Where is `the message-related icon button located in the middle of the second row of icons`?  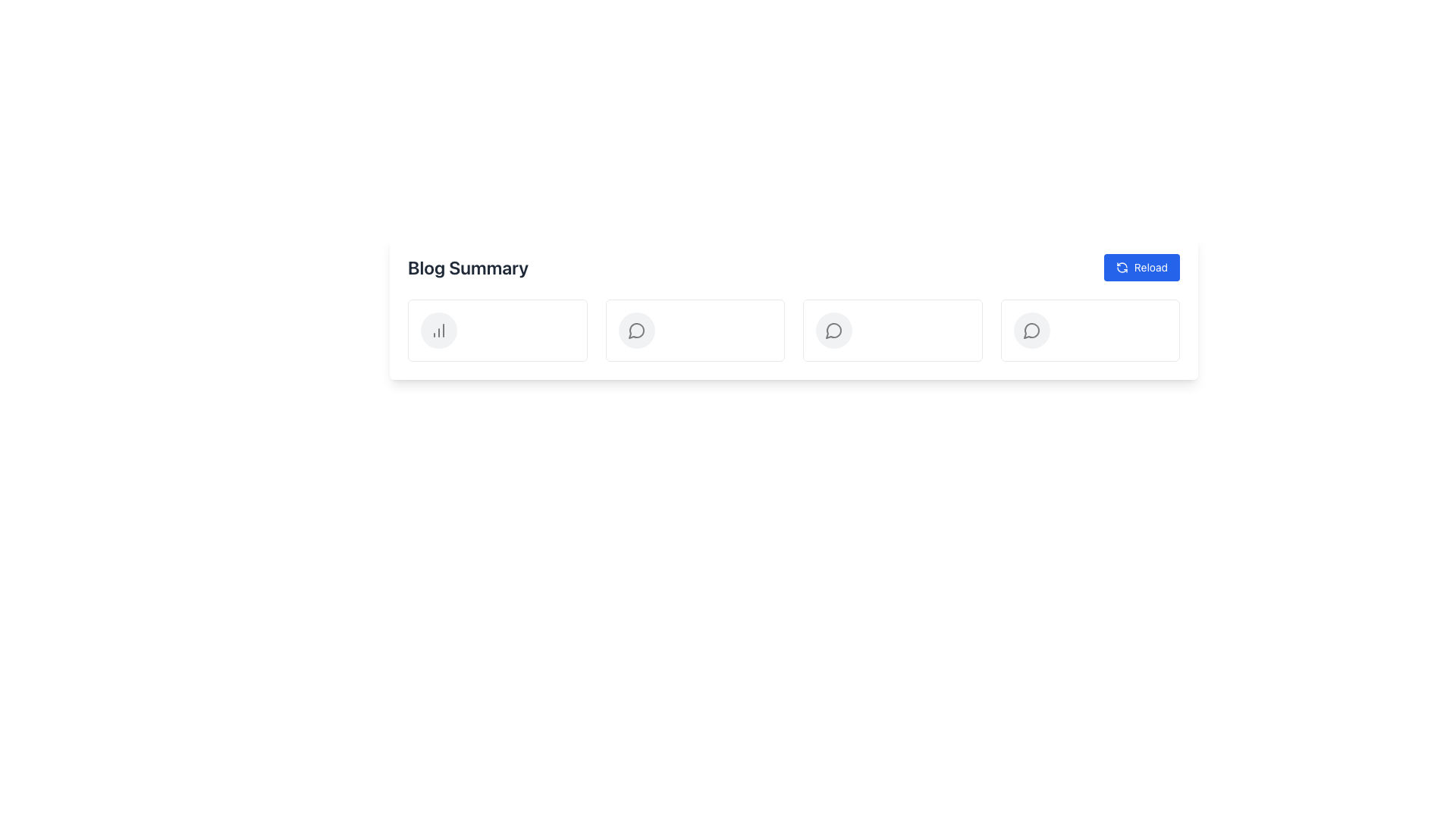
the message-related icon button located in the middle of the second row of icons is located at coordinates (833, 329).